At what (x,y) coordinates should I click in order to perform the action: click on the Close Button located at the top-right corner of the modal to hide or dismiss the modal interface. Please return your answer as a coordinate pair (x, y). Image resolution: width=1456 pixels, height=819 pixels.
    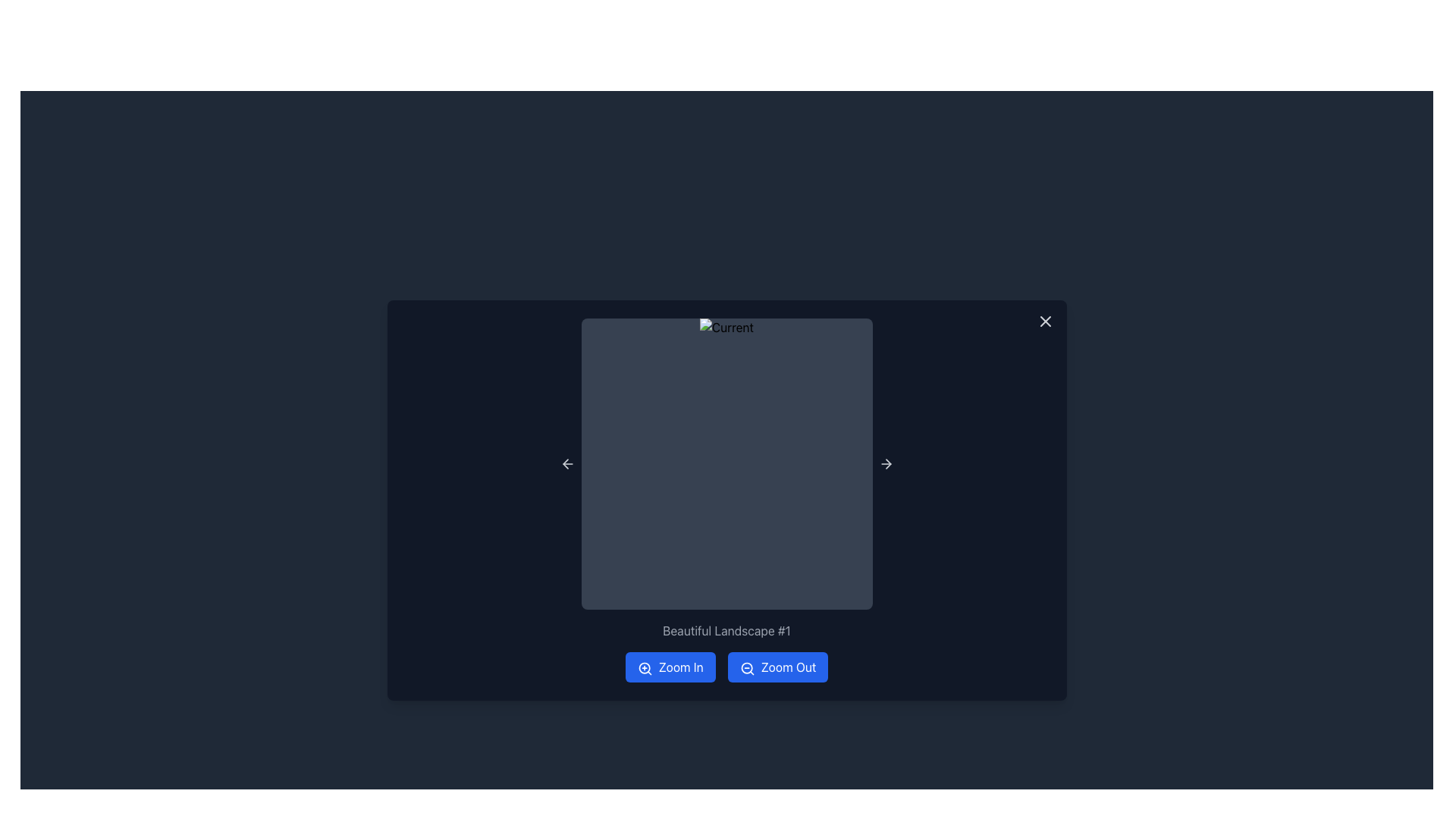
    Looking at the image, I should click on (1044, 321).